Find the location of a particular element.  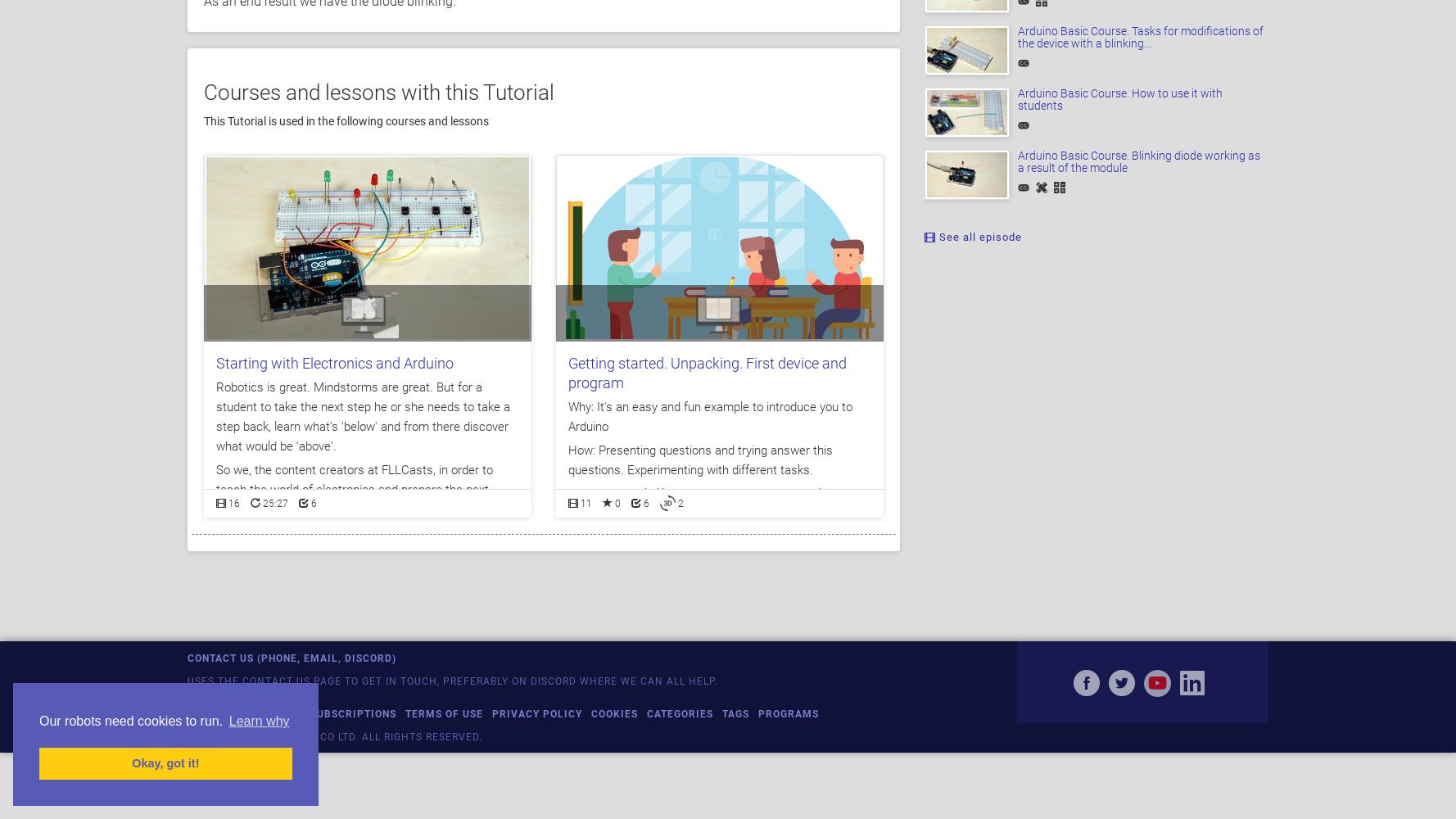

'Subscriptions' is located at coordinates (353, 713).